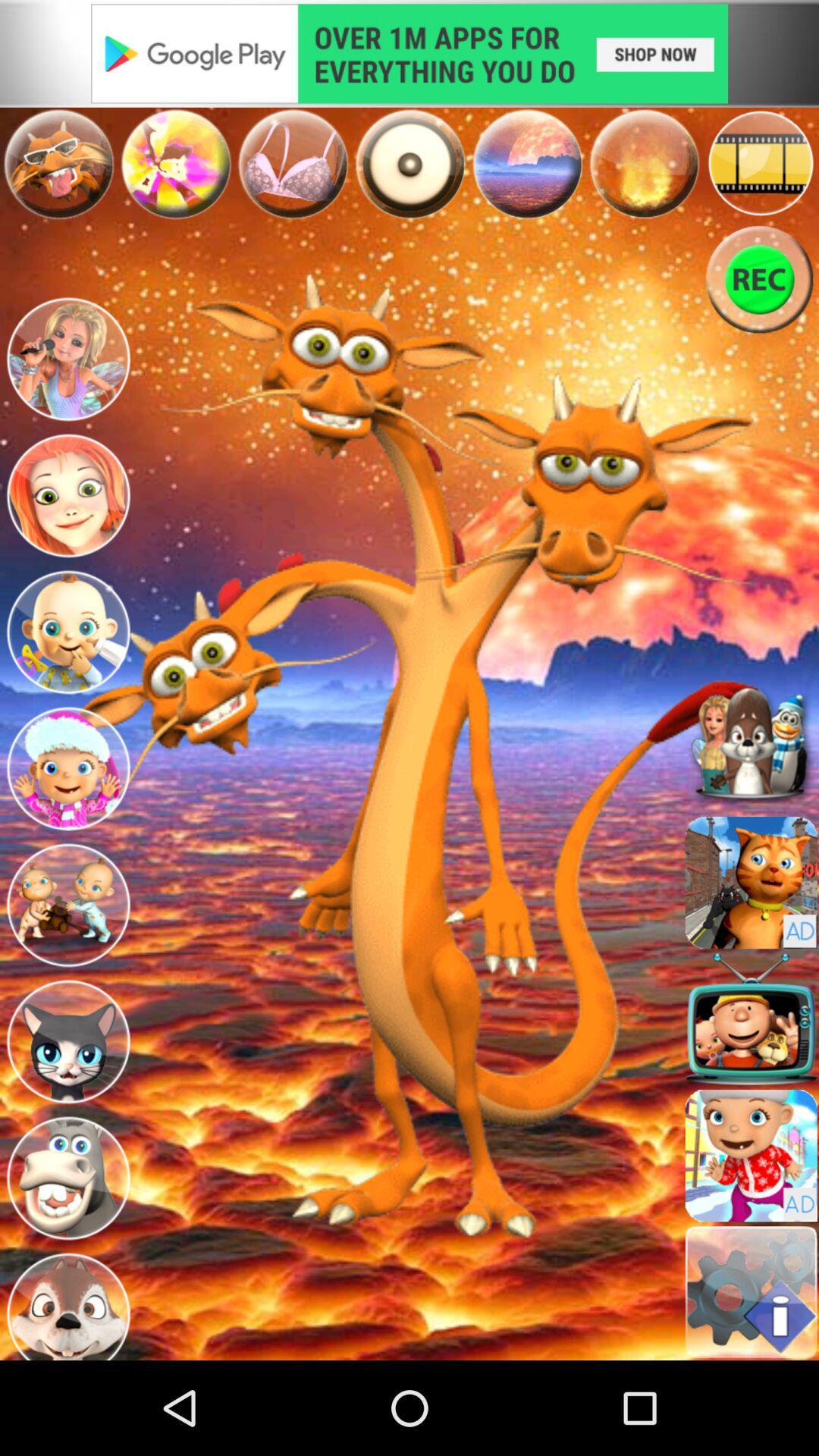 Image resolution: width=819 pixels, height=1456 pixels. What do you see at coordinates (67, 387) in the screenshot?
I see `the avatar icon` at bounding box center [67, 387].